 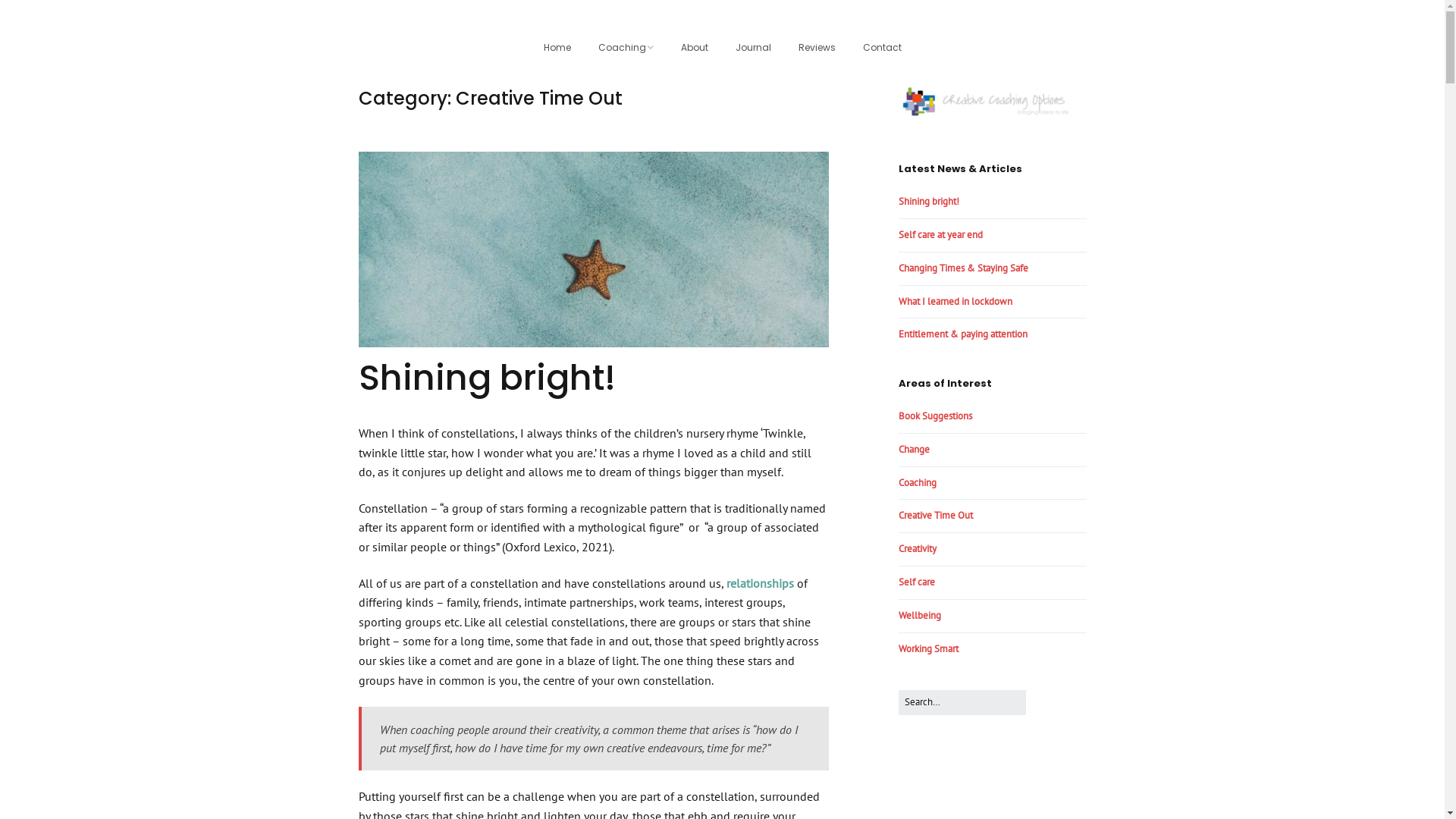 I want to click on 'About', so click(x=694, y=47).